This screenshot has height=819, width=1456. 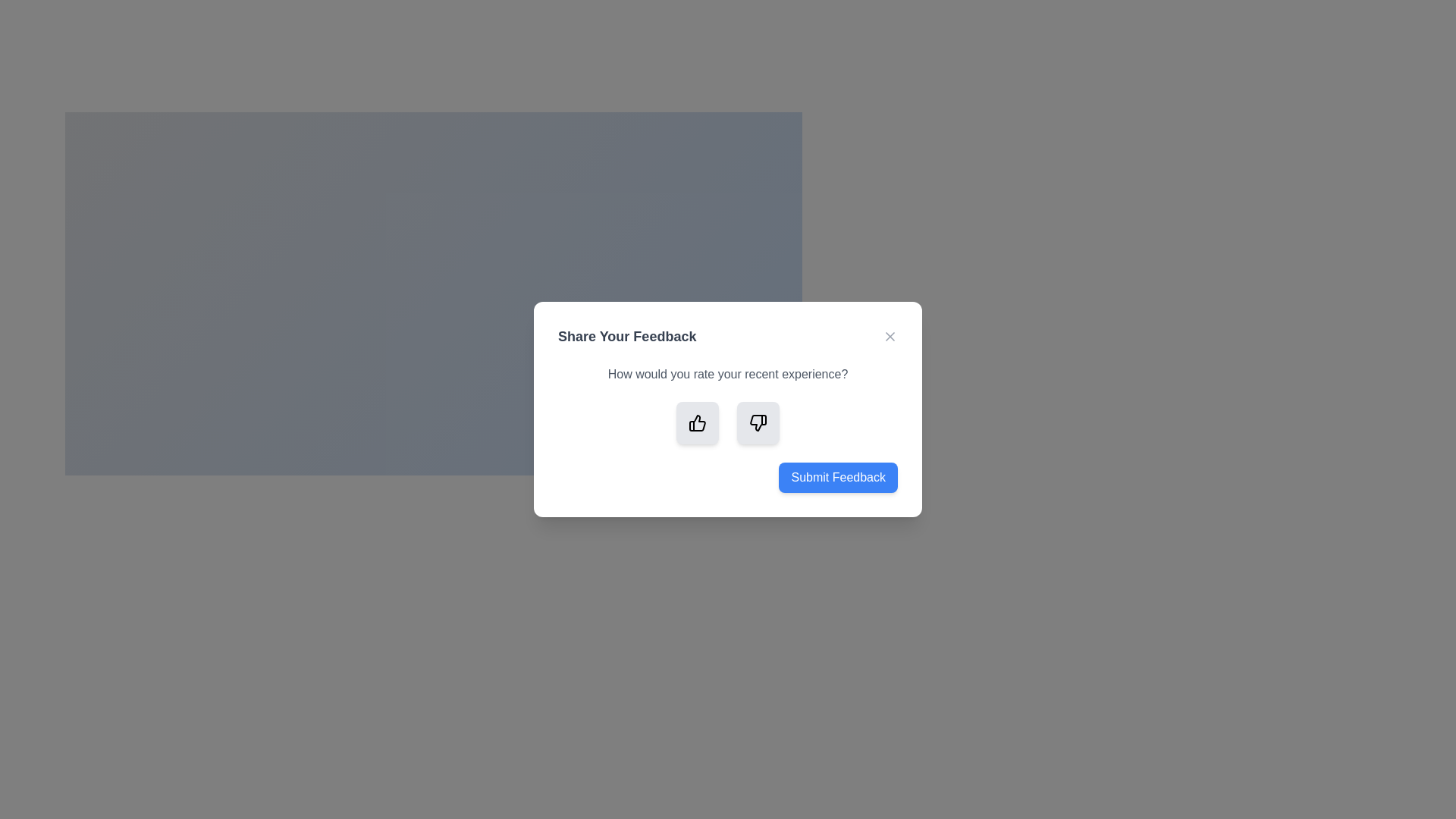 I want to click on the positive feedback icon located in the button on the left side of the two feedback options under the text prompt 'How would you rate your recent experience?', so click(x=697, y=423).